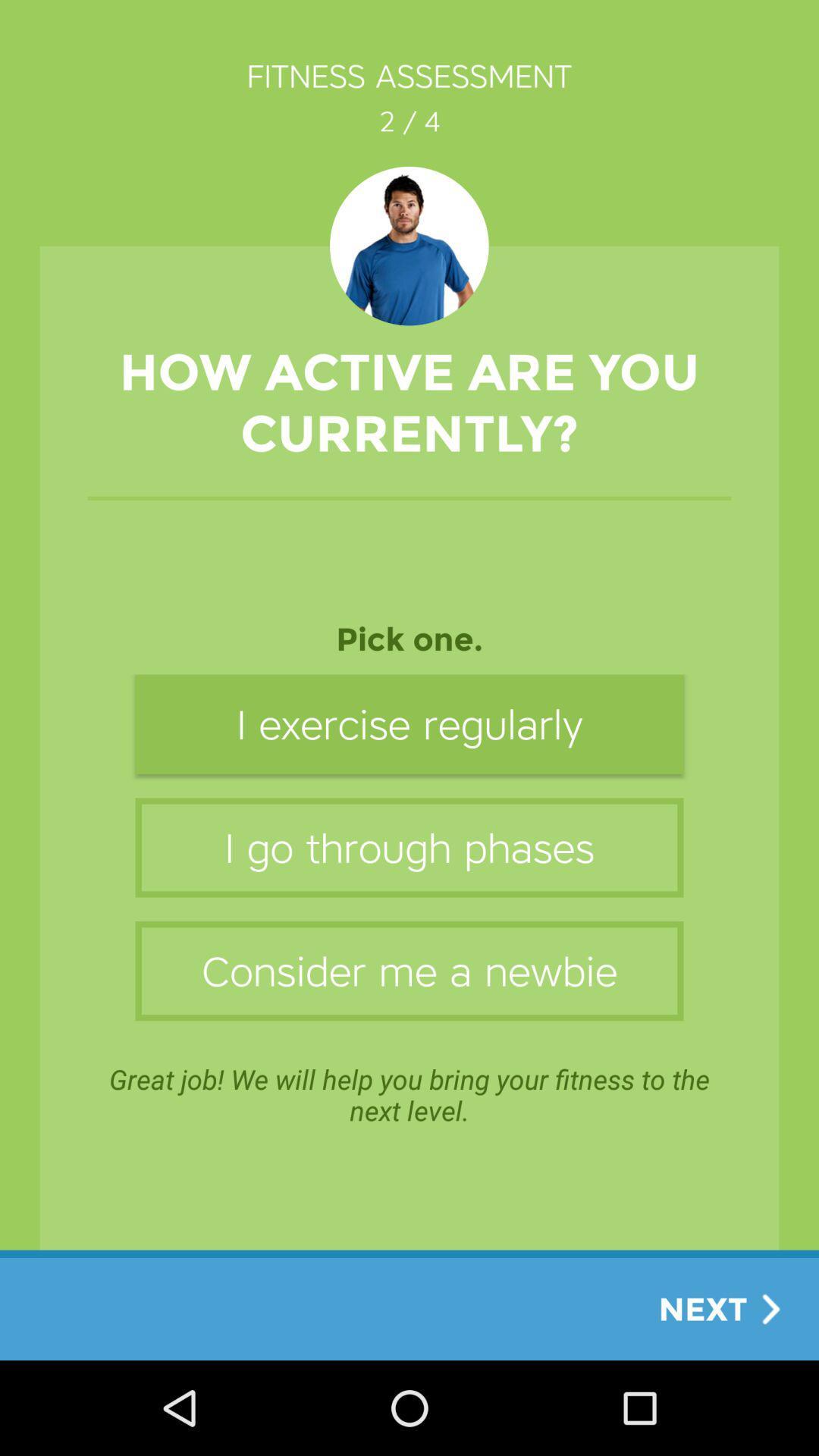  Describe the element at coordinates (409, 723) in the screenshot. I see `the item above i go through icon` at that location.